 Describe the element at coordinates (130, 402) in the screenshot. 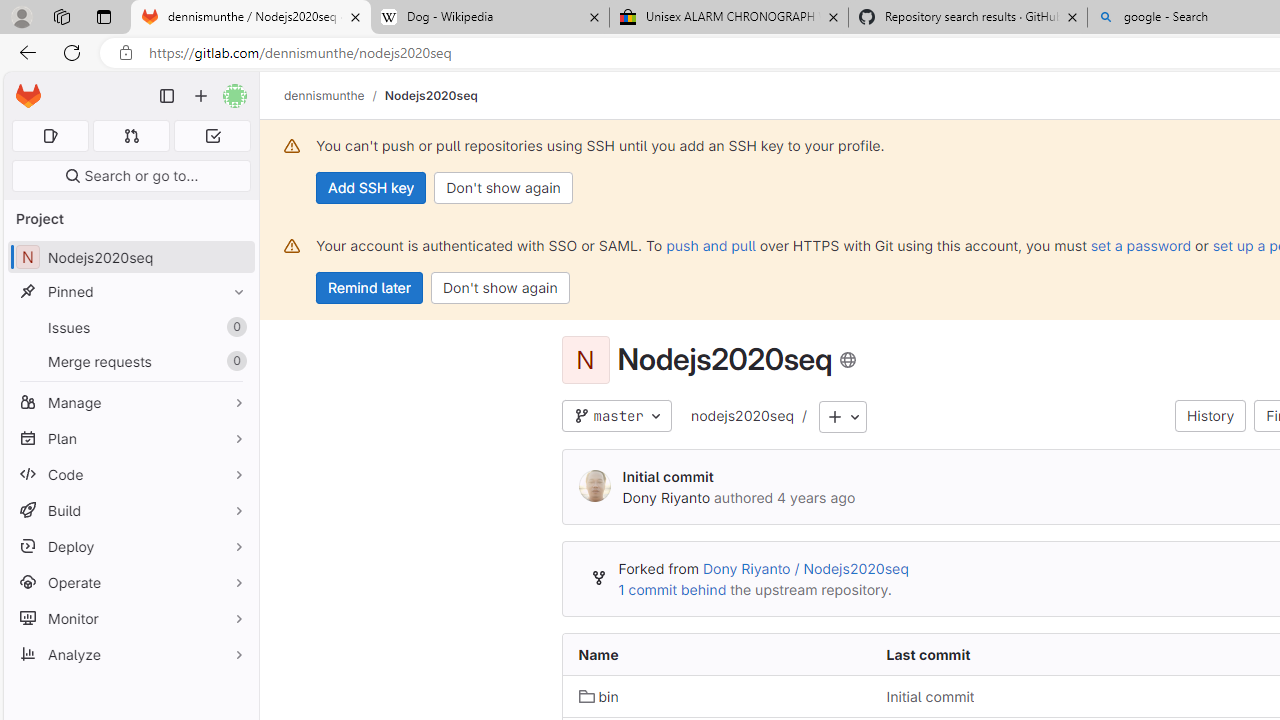

I see `'Manage'` at that location.